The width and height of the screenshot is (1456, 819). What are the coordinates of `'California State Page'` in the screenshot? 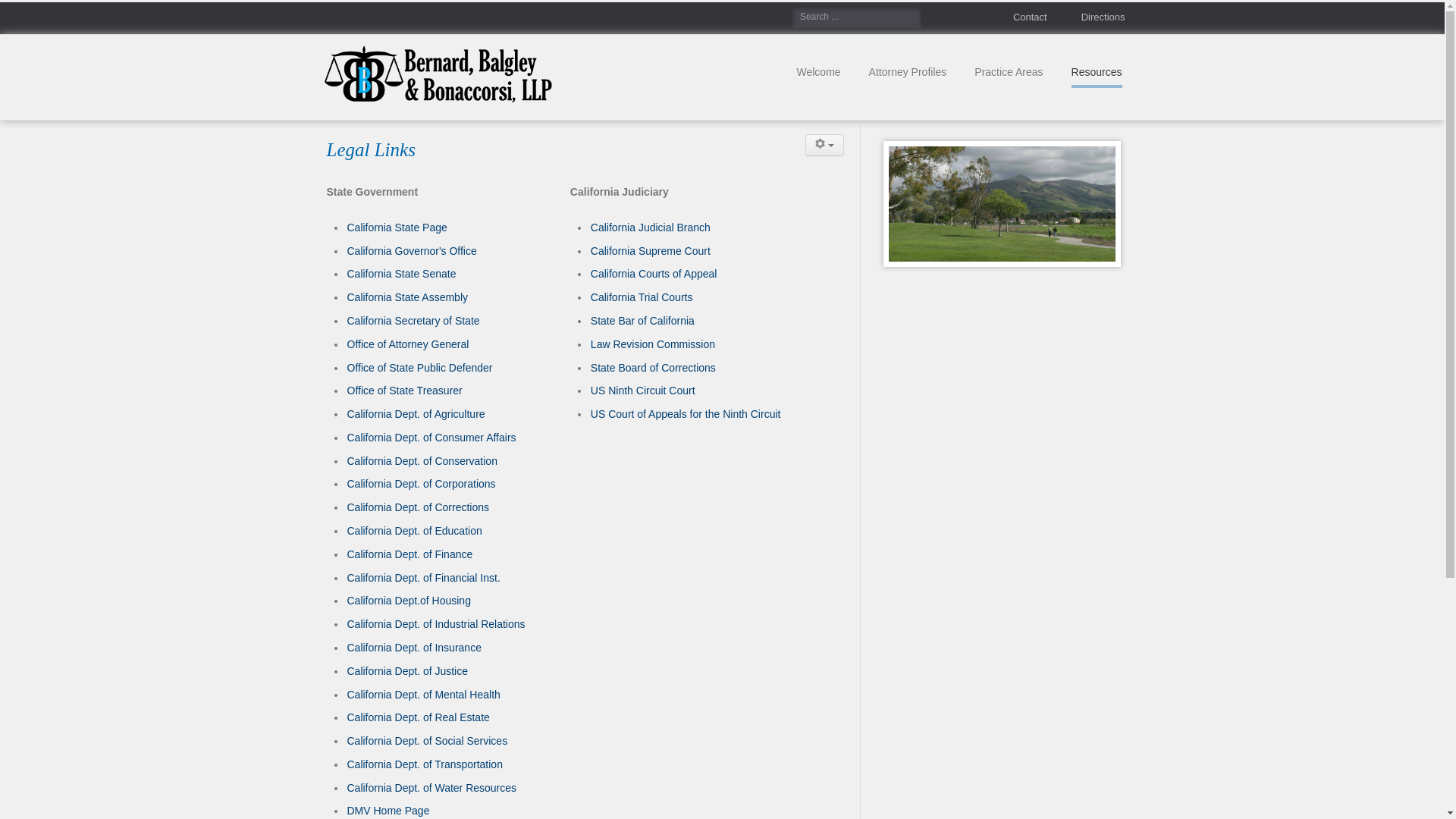 It's located at (397, 227).